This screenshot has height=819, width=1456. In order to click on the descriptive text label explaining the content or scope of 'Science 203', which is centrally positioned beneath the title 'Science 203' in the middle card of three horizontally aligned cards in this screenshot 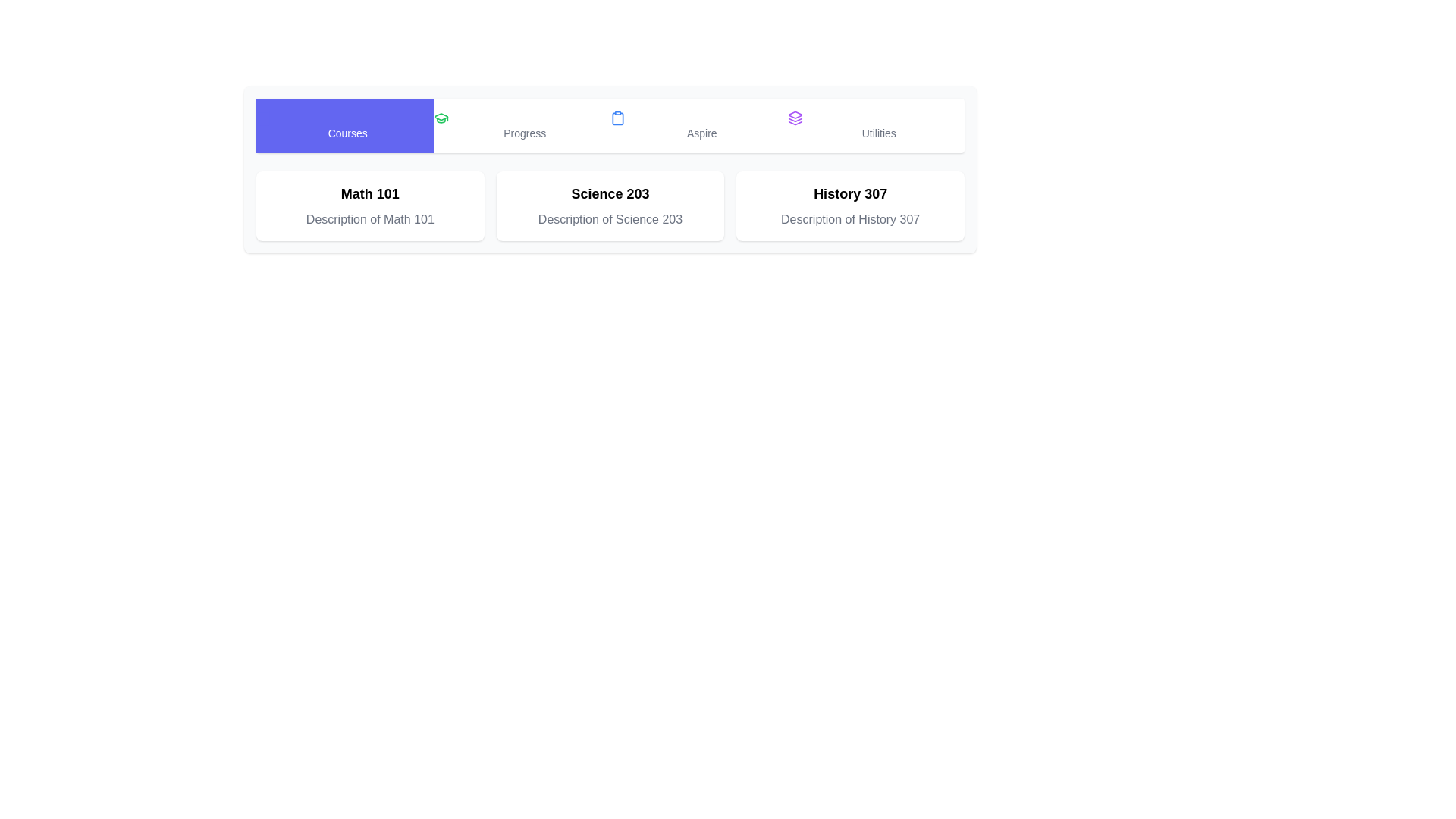, I will do `click(610, 219)`.